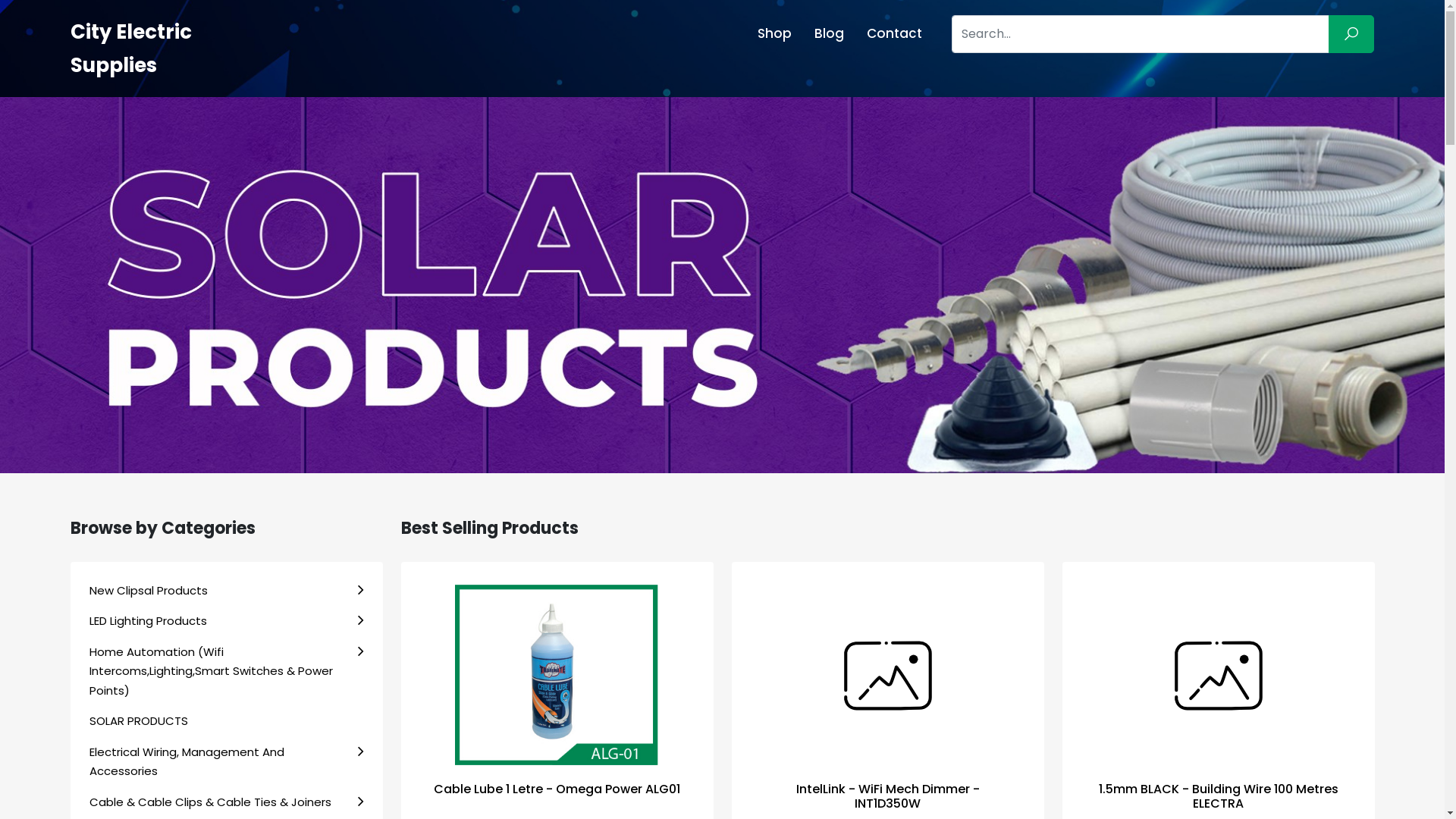 This screenshot has height=819, width=1456. What do you see at coordinates (225, 720) in the screenshot?
I see `'SOLAR PRODUCTS'` at bounding box center [225, 720].